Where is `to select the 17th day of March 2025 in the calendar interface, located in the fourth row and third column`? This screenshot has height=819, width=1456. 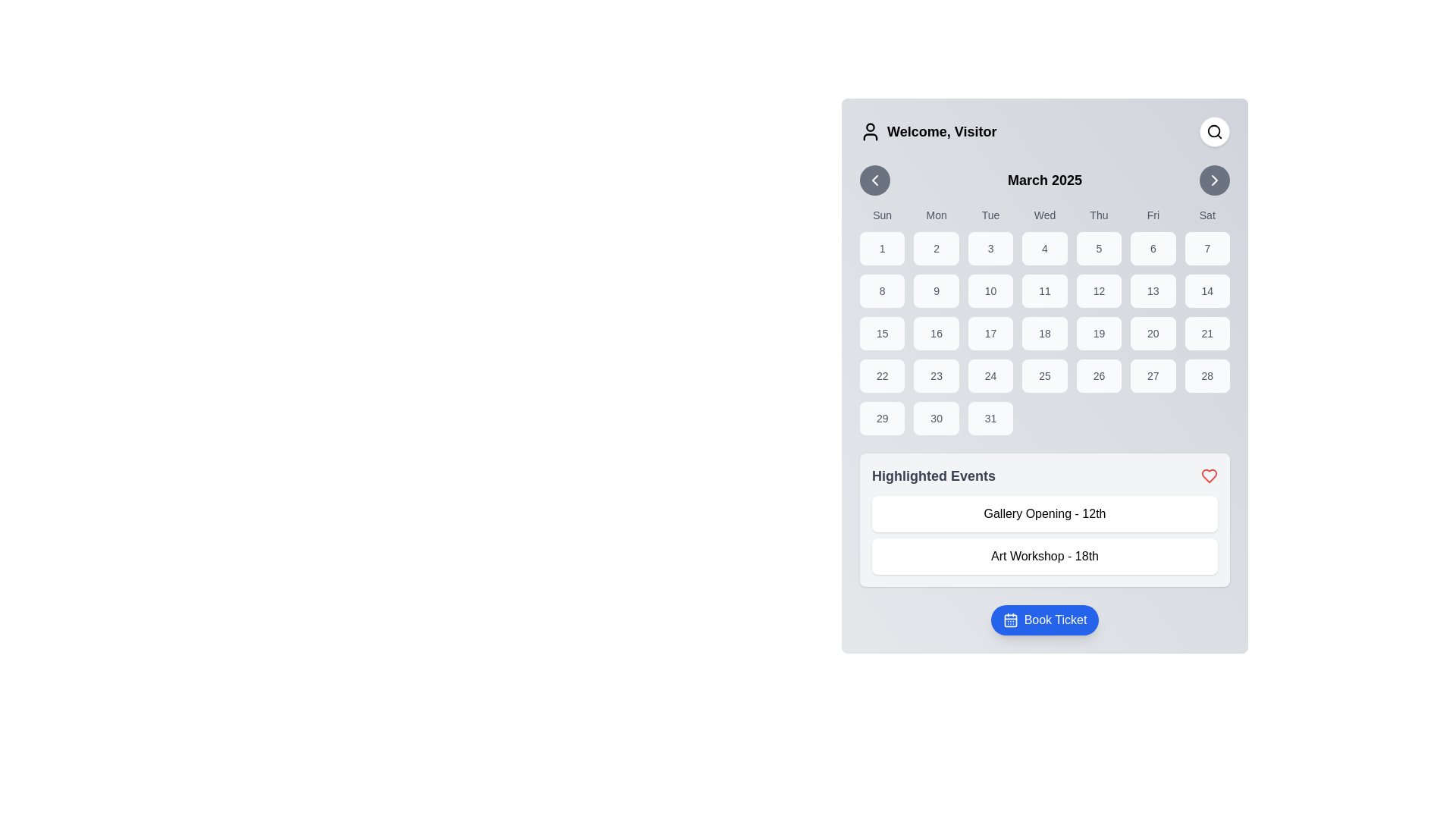
to select the 17th day of March 2025 in the calendar interface, located in the fourth row and third column is located at coordinates (990, 332).